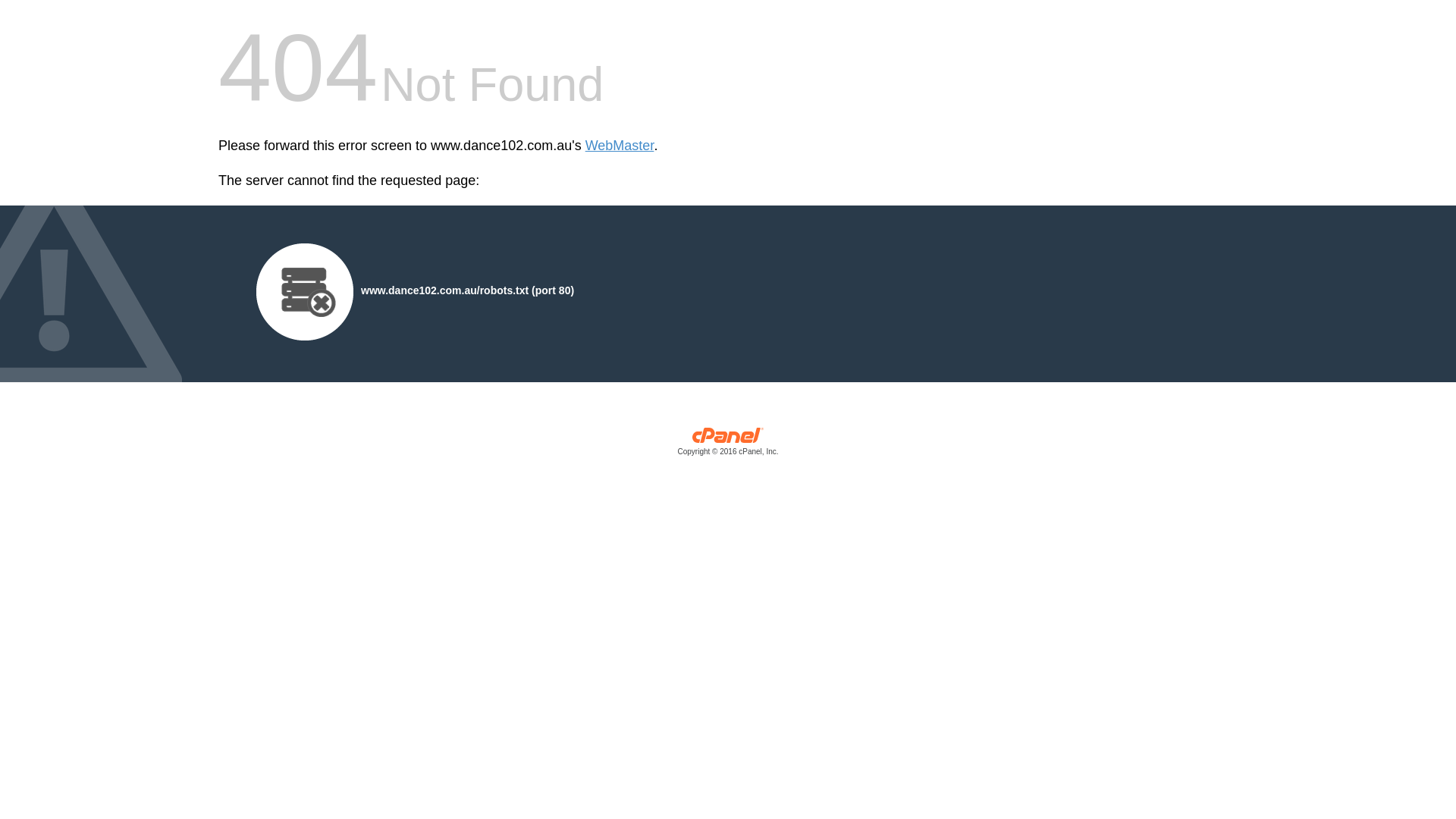 The height and width of the screenshot is (819, 1456). What do you see at coordinates (620, 146) in the screenshot?
I see `'WebMaster'` at bounding box center [620, 146].